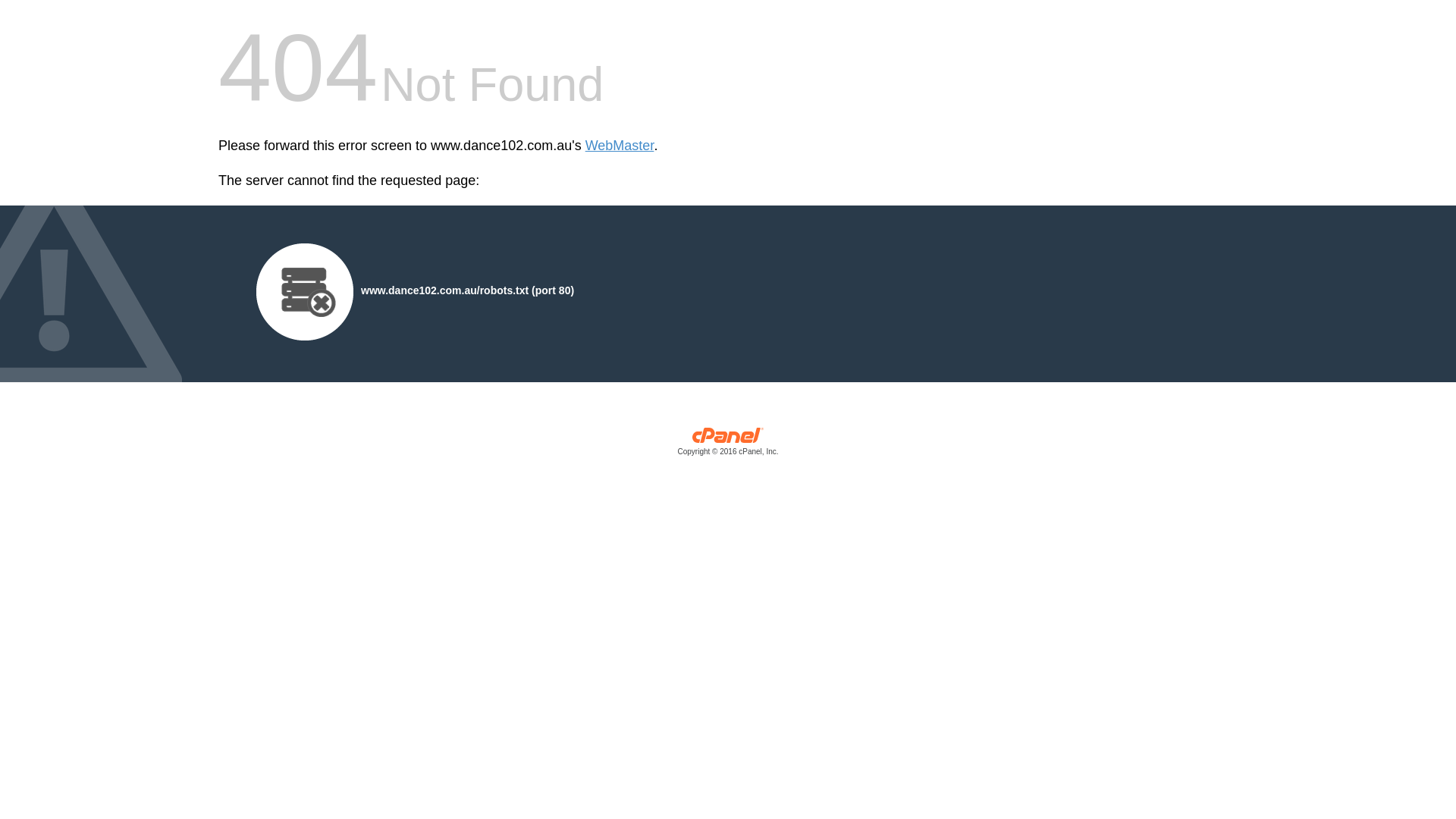 The height and width of the screenshot is (819, 1456). What do you see at coordinates (620, 146) in the screenshot?
I see `'WebMaster'` at bounding box center [620, 146].